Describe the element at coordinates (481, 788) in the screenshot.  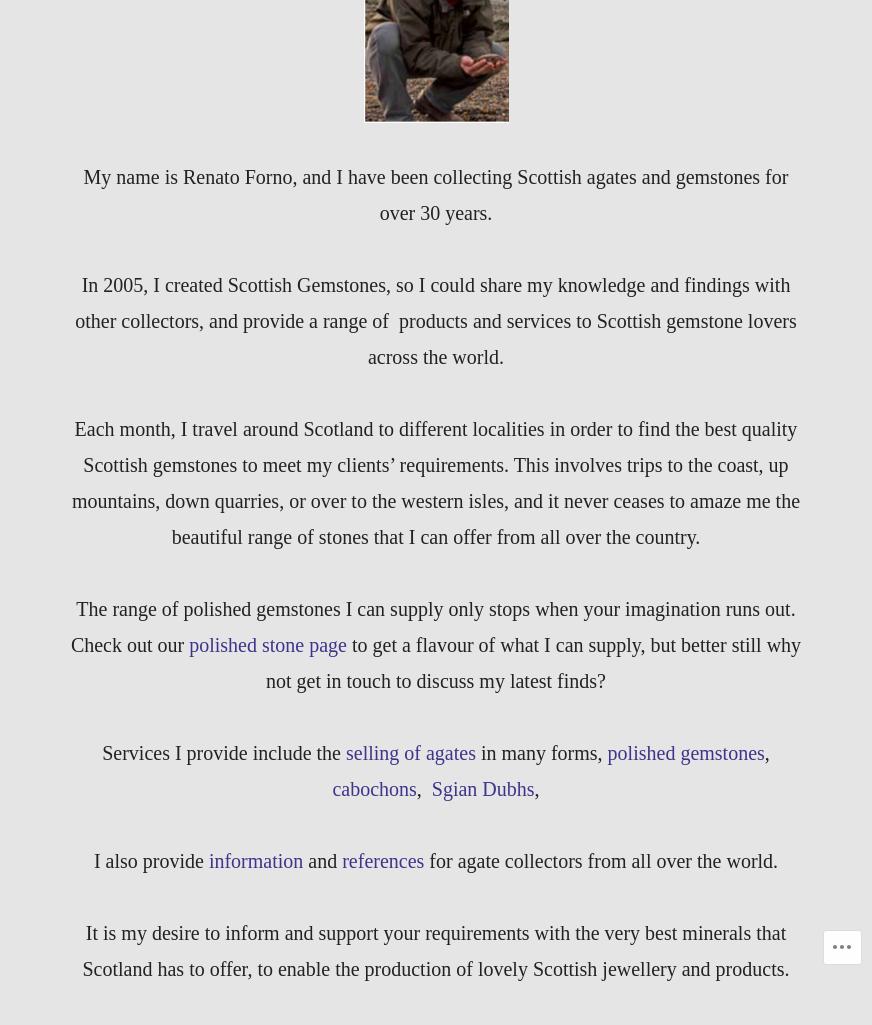
I see `'Sgian Dubhs'` at that location.